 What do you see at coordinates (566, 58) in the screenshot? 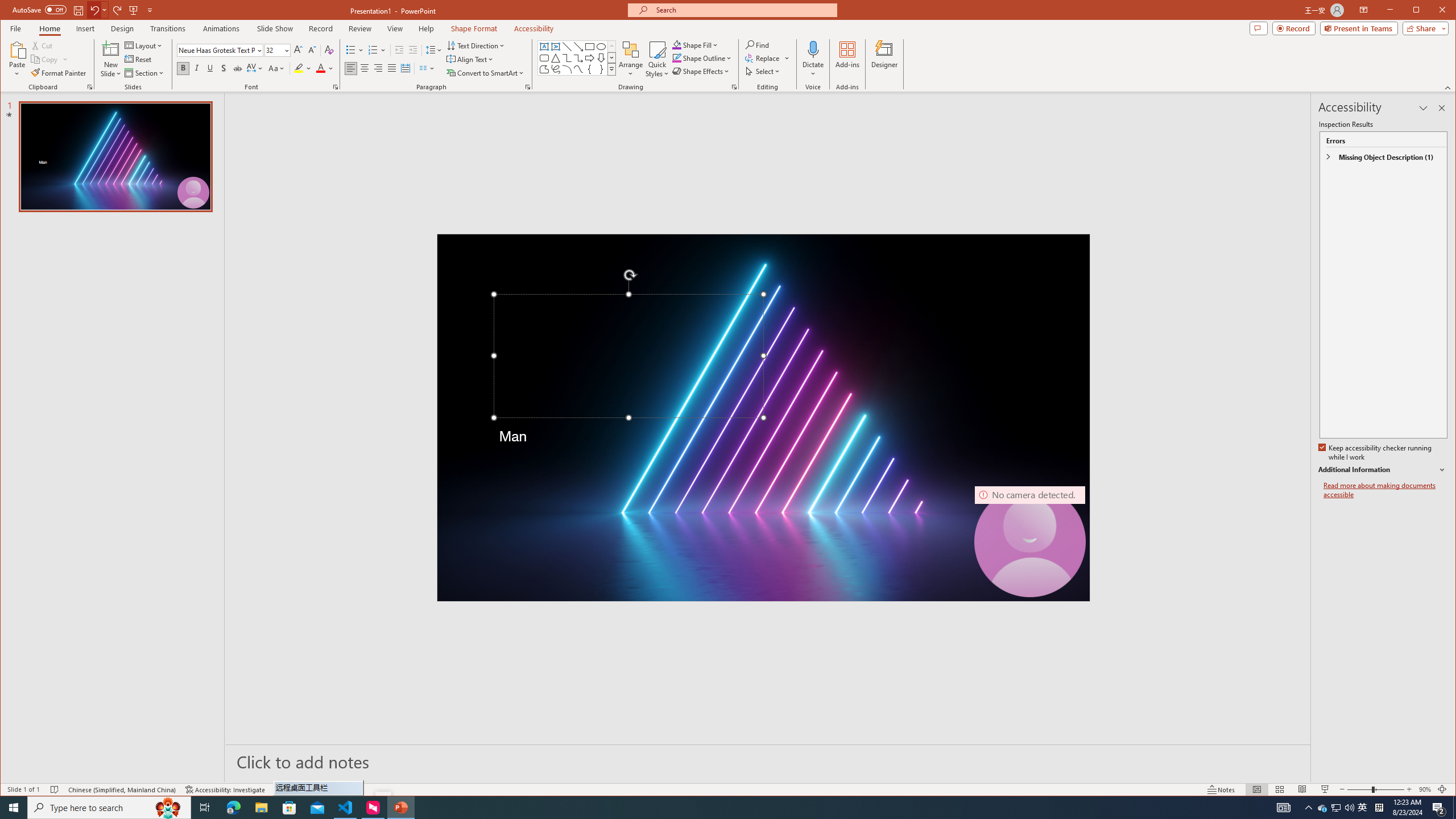
I see `'Connector: Elbow'` at bounding box center [566, 58].